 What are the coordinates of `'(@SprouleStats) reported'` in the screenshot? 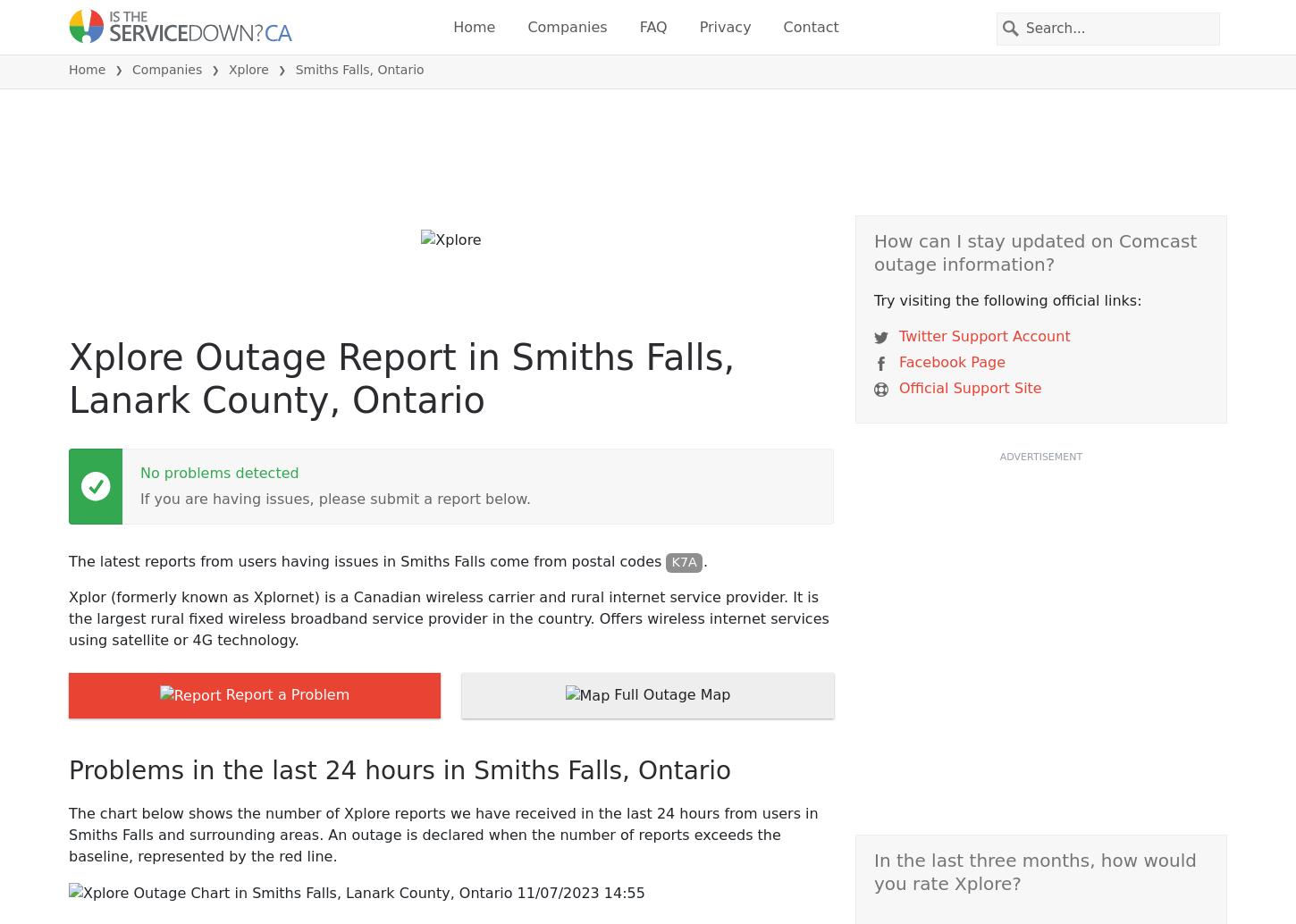 It's located at (357, 727).